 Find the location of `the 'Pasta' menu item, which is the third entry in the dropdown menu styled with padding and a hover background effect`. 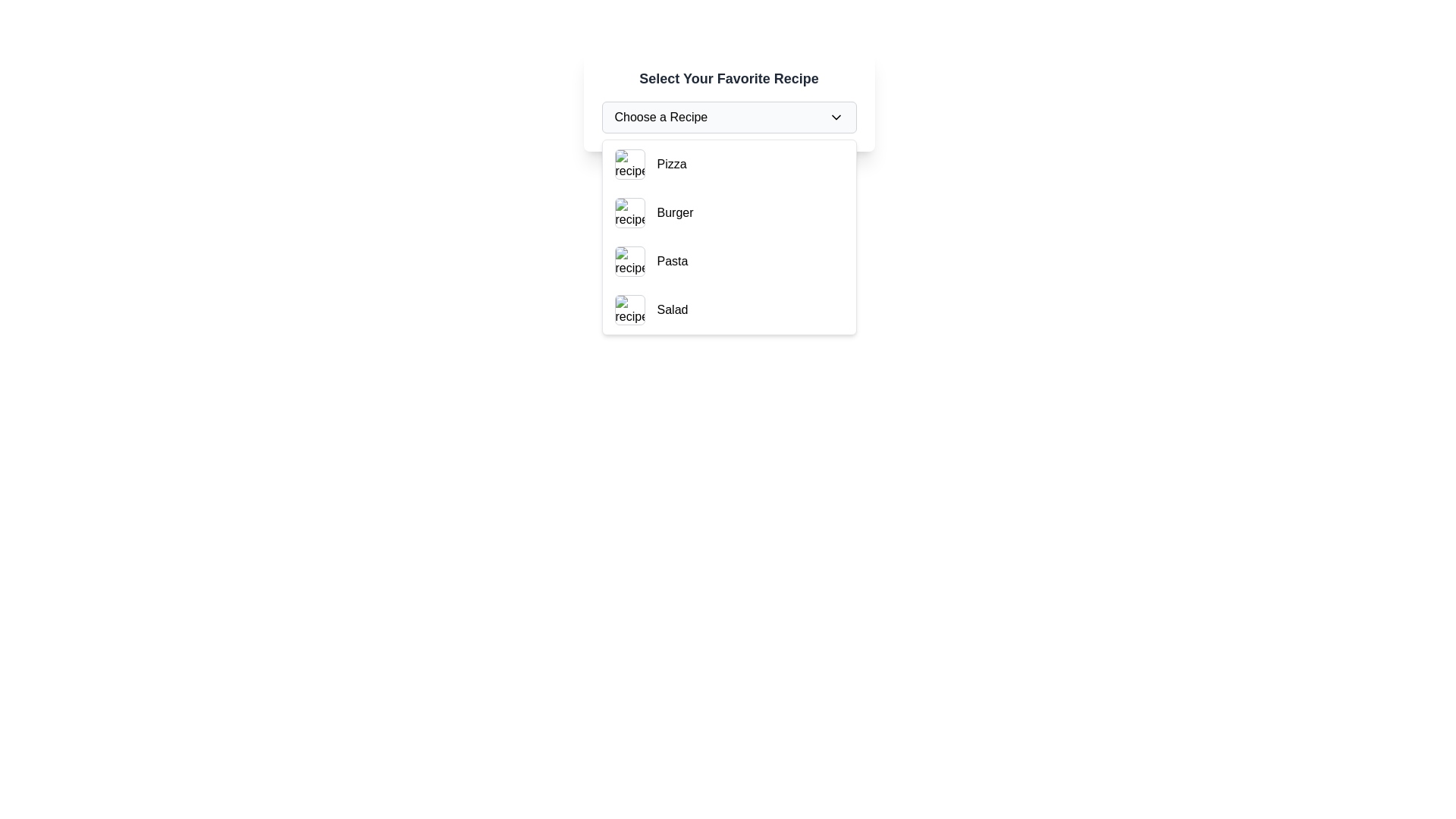

the 'Pasta' menu item, which is the third entry in the dropdown menu styled with padding and a hover background effect is located at coordinates (729, 260).